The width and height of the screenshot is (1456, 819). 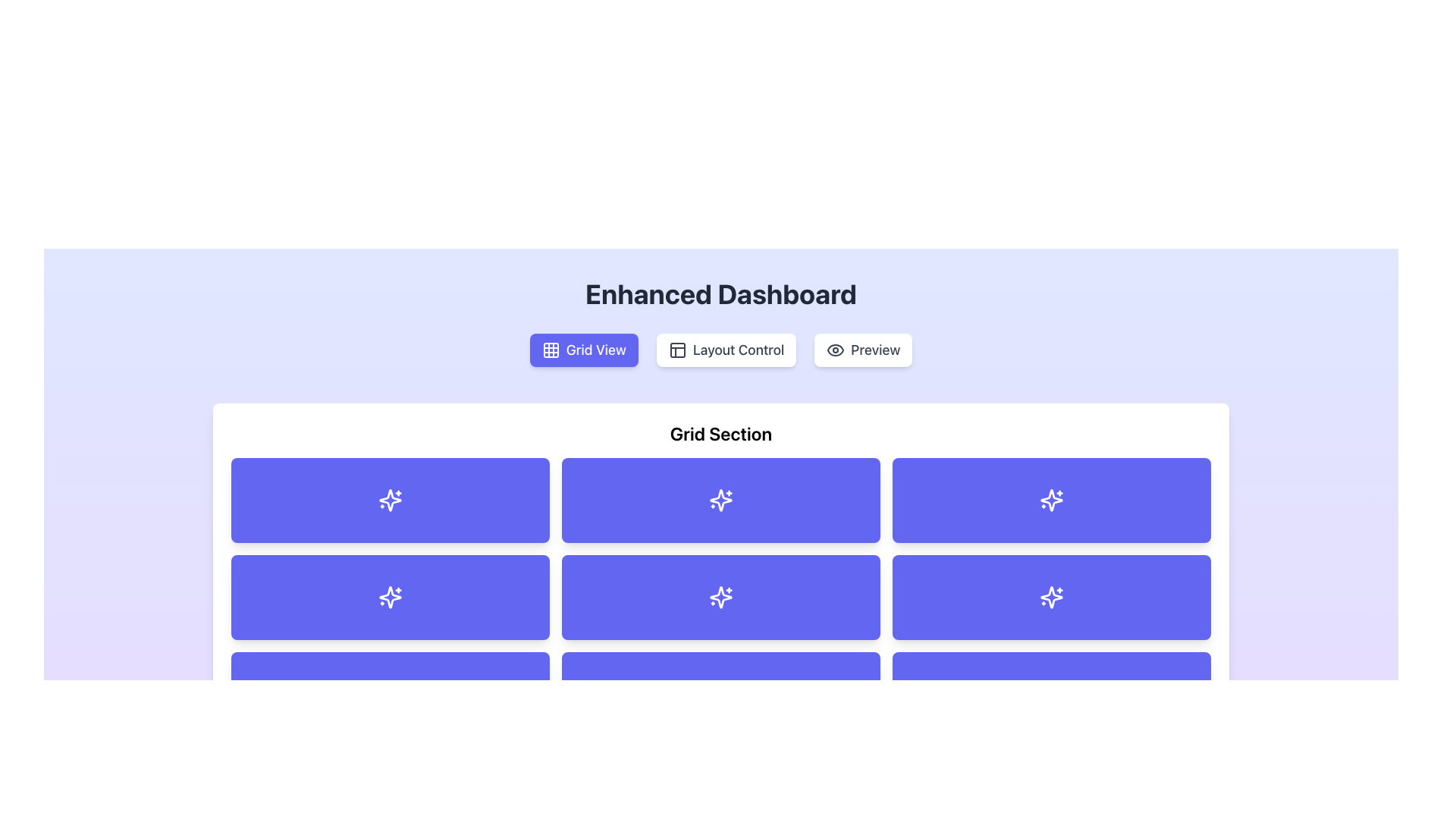 What do you see at coordinates (835, 350) in the screenshot?
I see `the visual appearance of the eye icon within the 'Preview' button, which is located under the 'Enhanced Dashboard' header and to the right of the 'Layout Control' button` at bounding box center [835, 350].